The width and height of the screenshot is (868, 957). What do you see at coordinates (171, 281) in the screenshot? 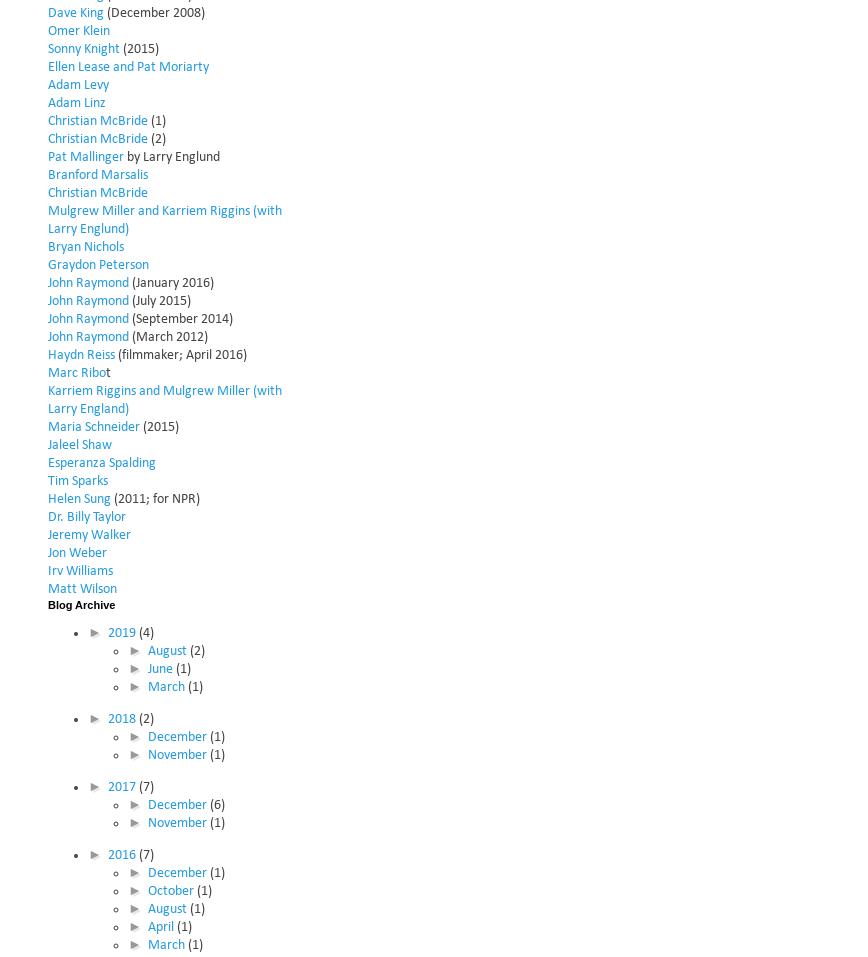
I see `'(January 2016)'` at bounding box center [171, 281].